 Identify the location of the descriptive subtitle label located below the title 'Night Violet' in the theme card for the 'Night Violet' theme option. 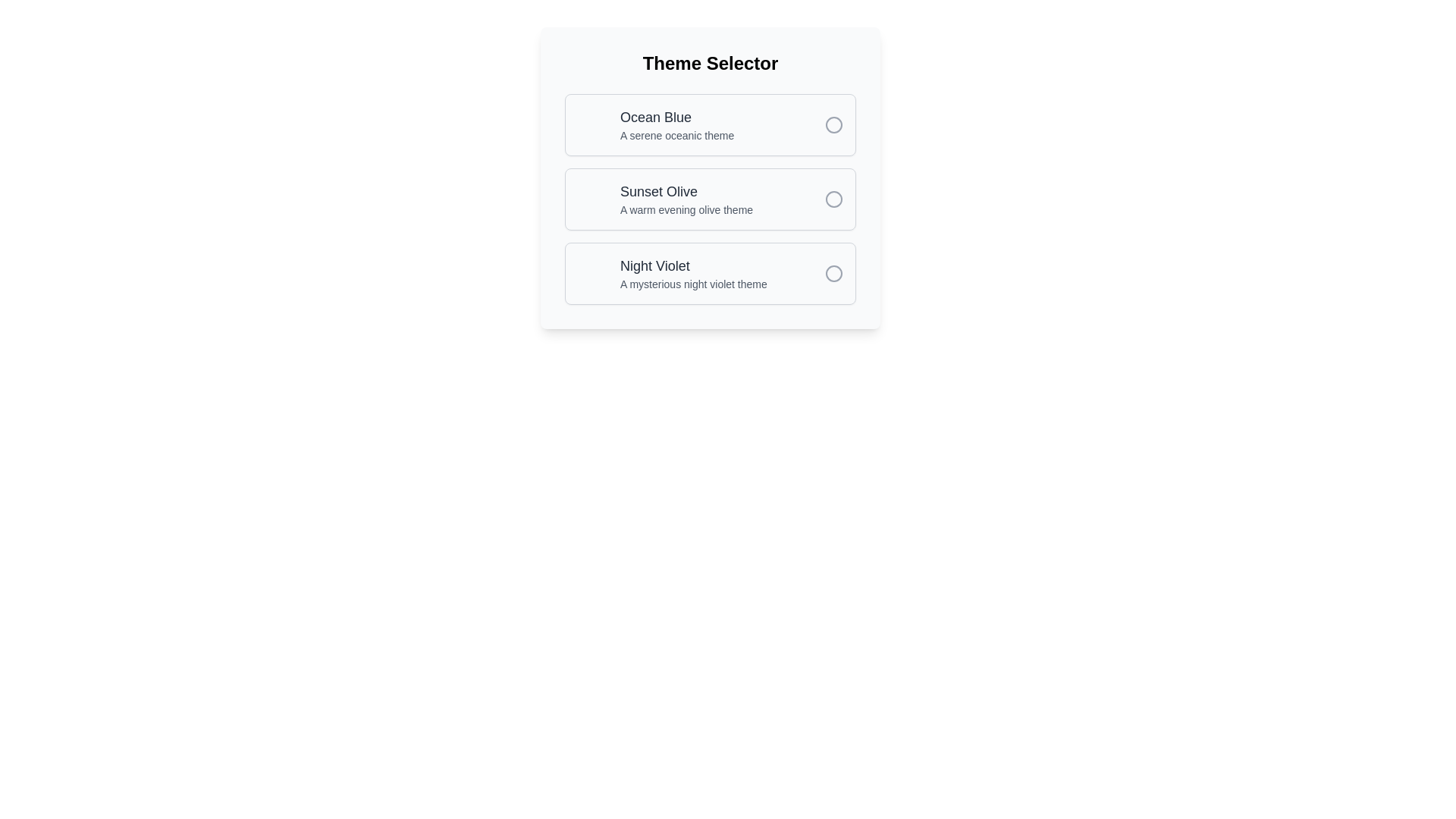
(692, 284).